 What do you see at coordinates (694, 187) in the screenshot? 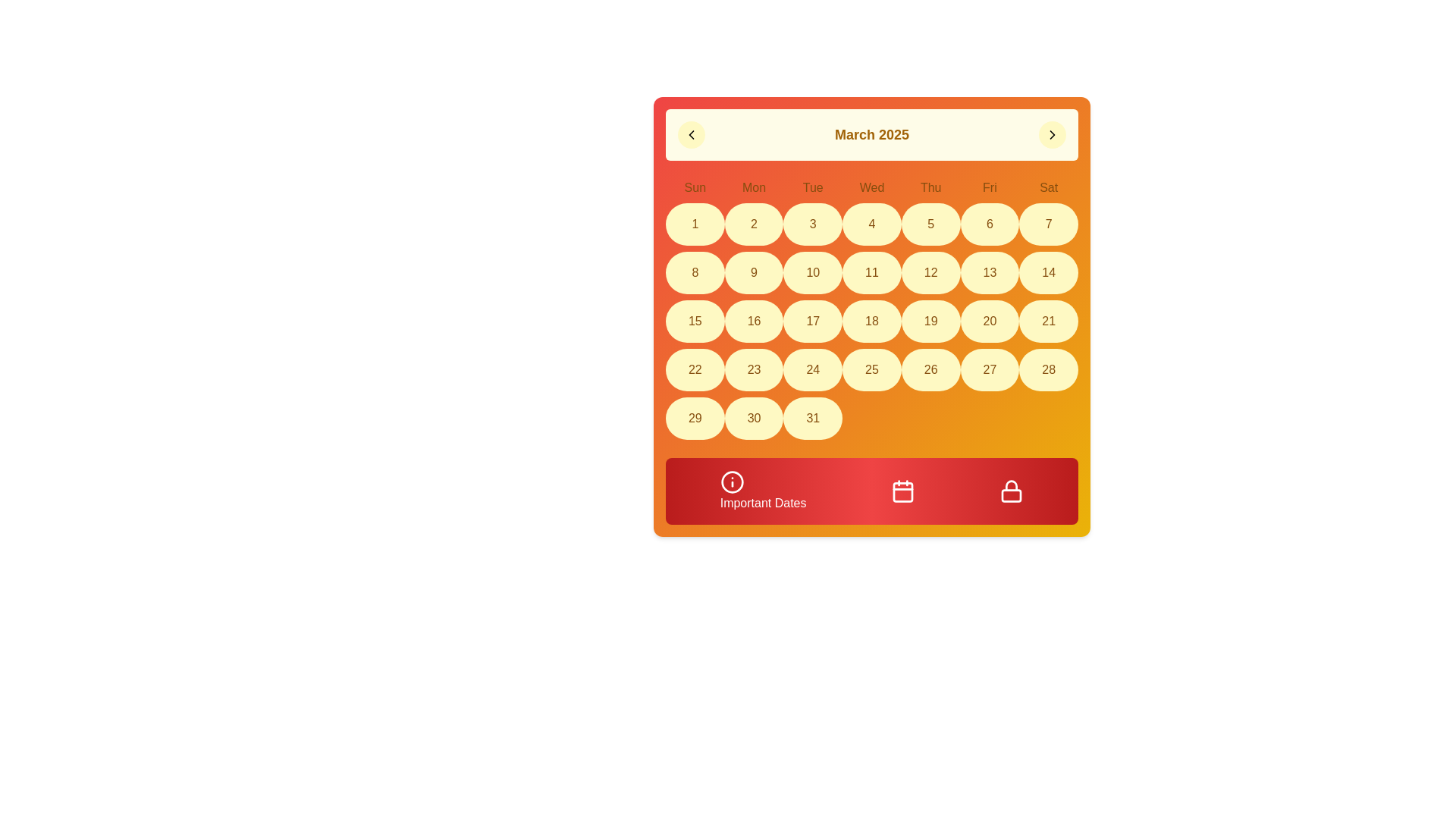
I see `the text label indicating the Sunday column in the calendar view, which is located at the top-left corner of the calendar grid` at bounding box center [694, 187].